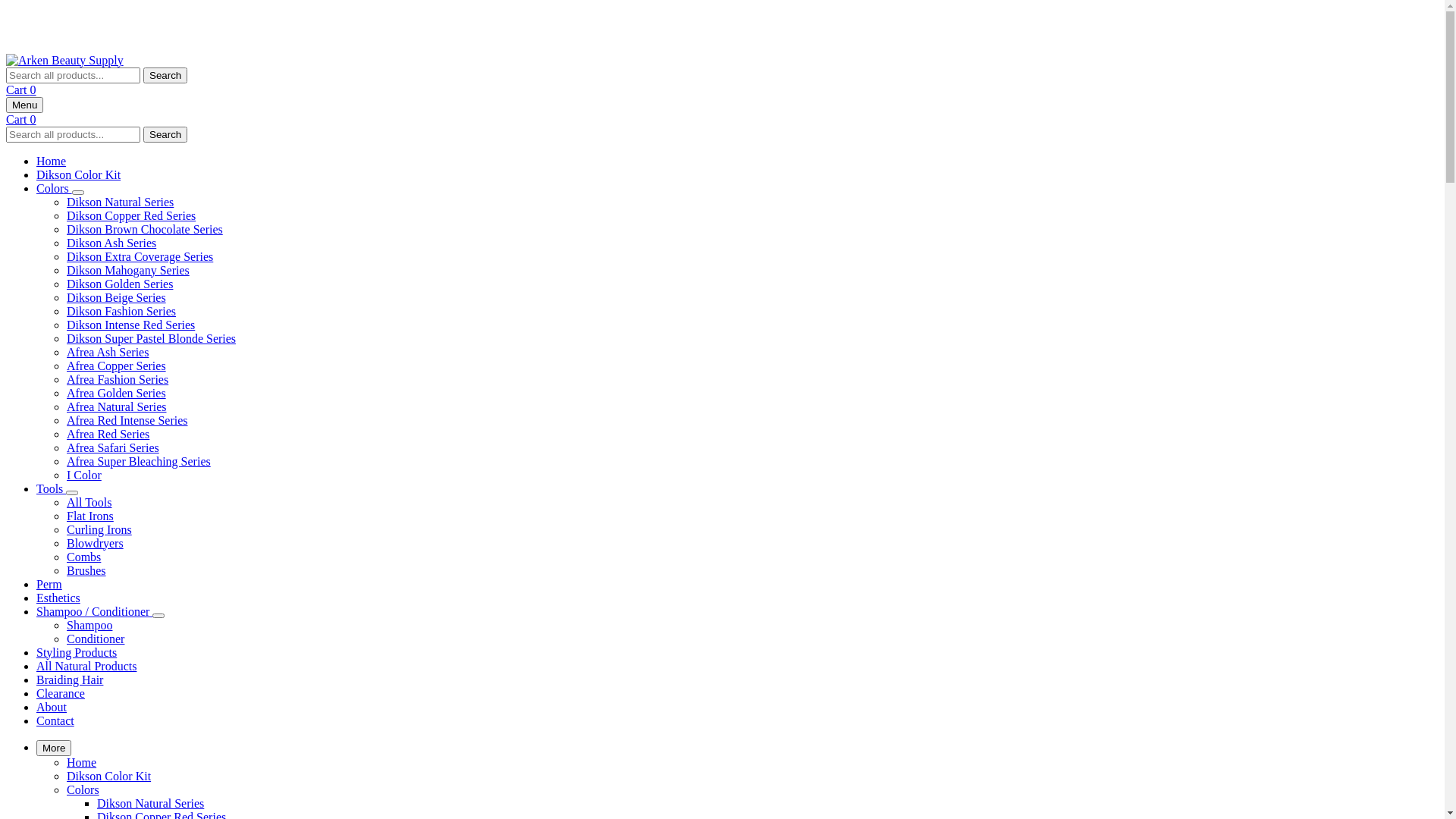 The height and width of the screenshot is (819, 1456). Describe the element at coordinates (65, 366) in the screenshot. I see `'Afrea Copper Series'` at that location.